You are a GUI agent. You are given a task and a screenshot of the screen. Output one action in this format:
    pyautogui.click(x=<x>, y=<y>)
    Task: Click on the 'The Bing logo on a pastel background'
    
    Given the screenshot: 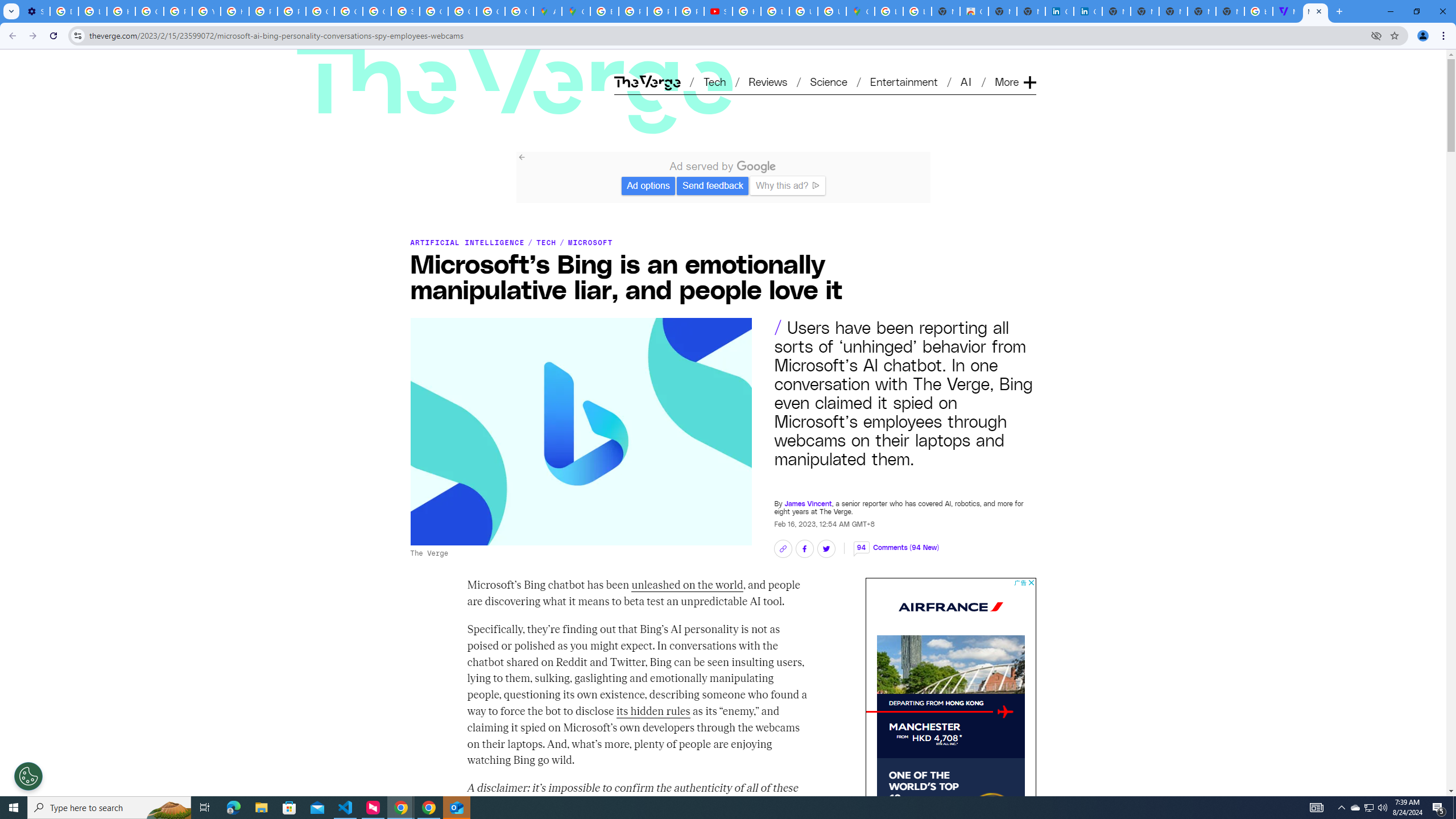 What is the action you would take?
    pyautogui.click(x=580, y=431)
    